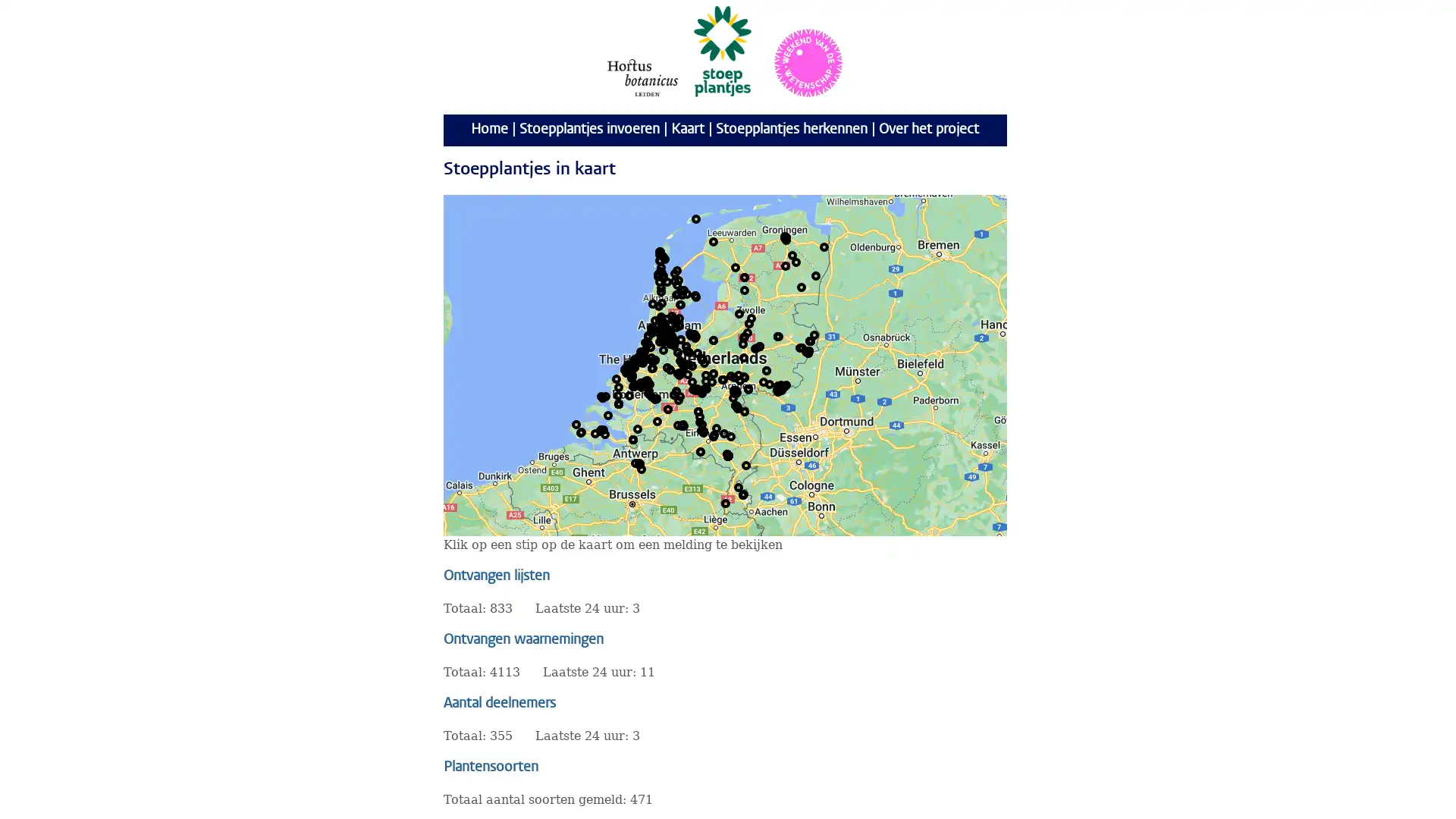 This screenshot has height=819, width=1456. I want to click on Telling van Truus op 05 juni 2022, so click(651, 331).